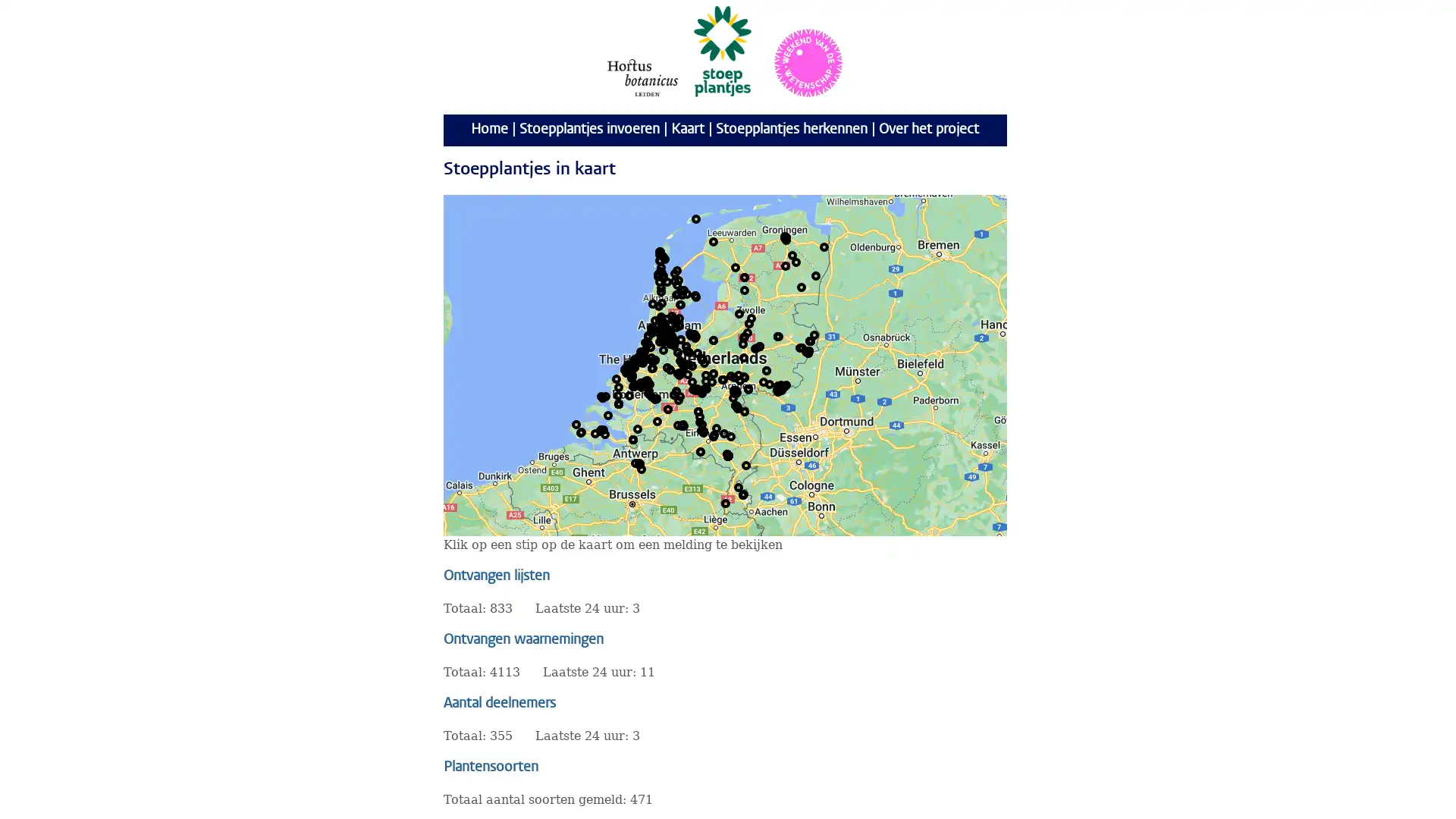 This screenshot has height=819, width=1456. I want to click on Telling van Truus op 05 juni 2022, so click(651, 331).